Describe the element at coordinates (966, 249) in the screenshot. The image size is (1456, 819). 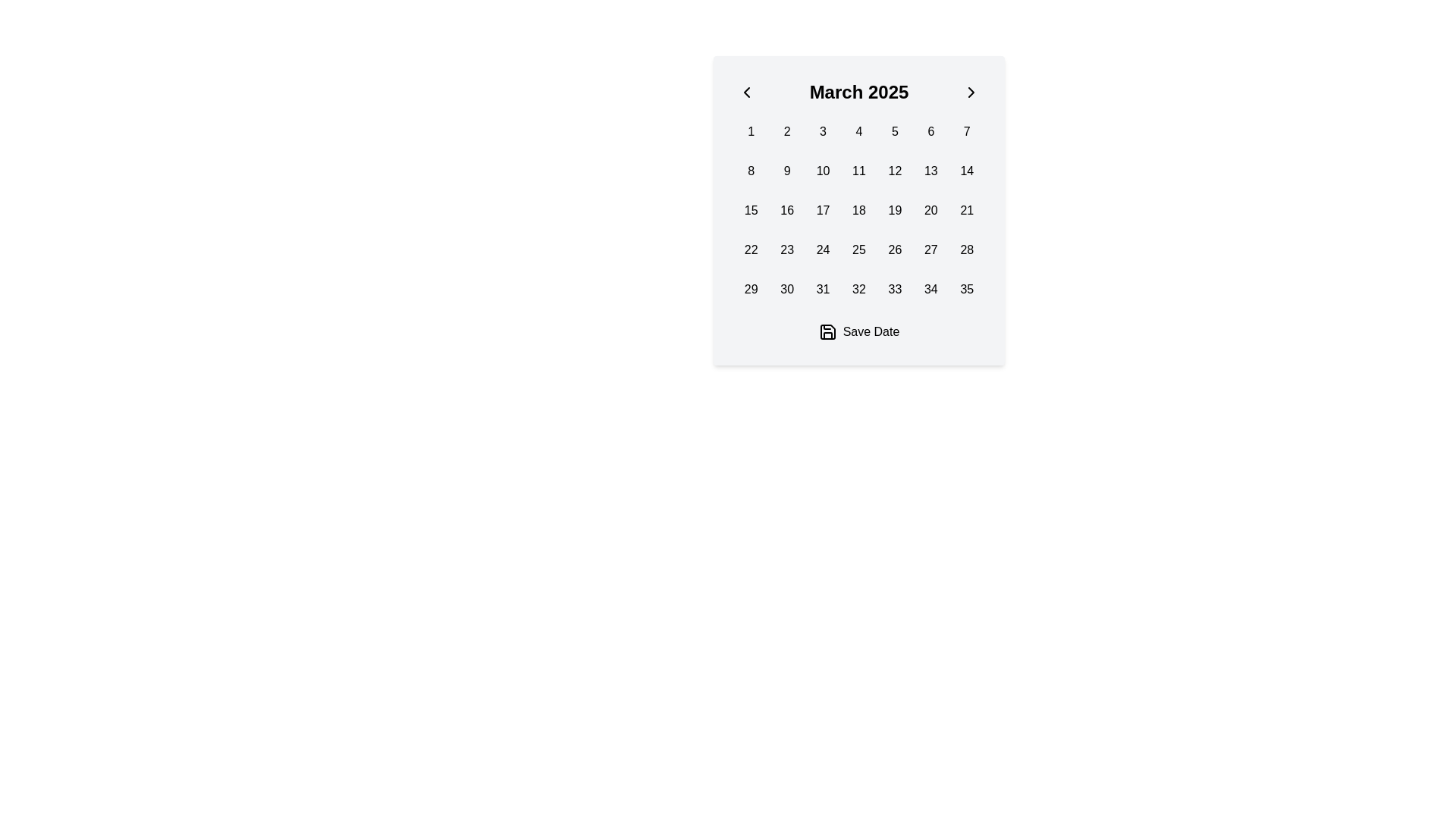
I see `the button representing the date '28' in the calendar grid` at that location.